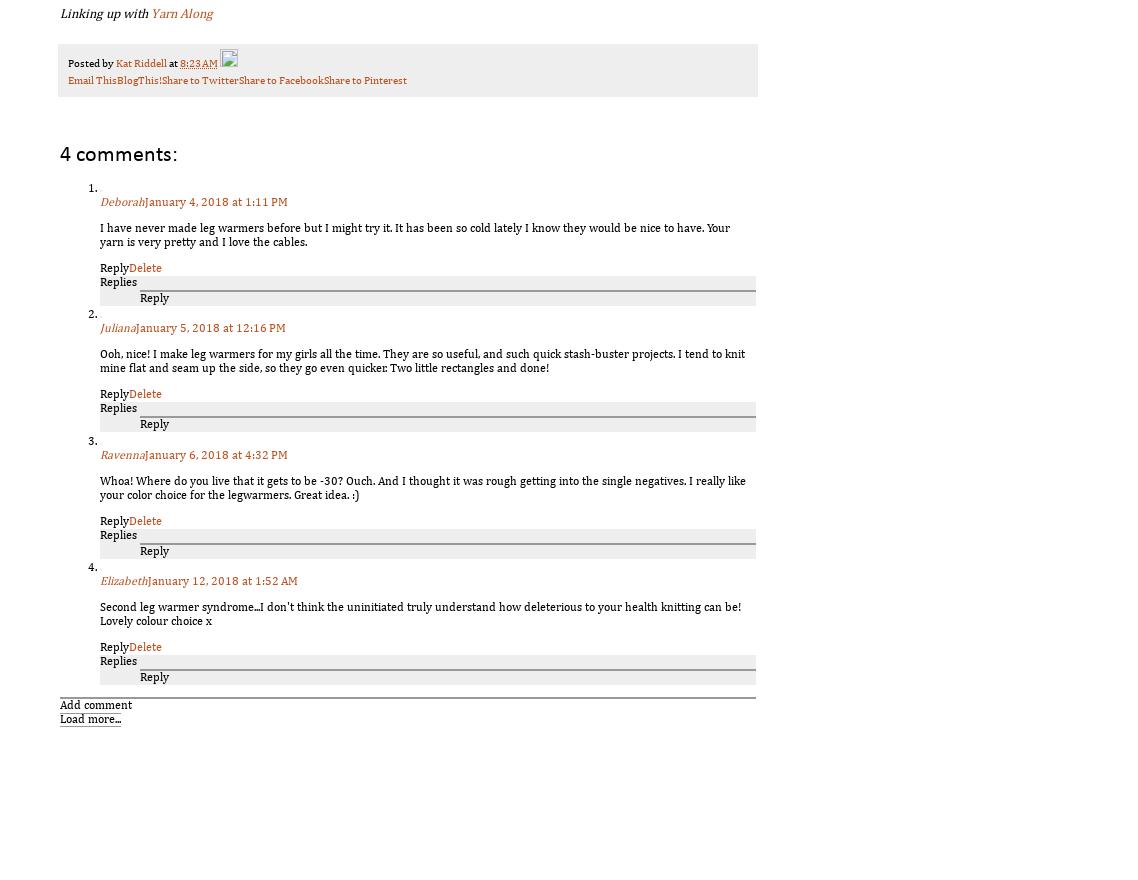  What do you see at coordinates (281, 79) in the screenshot?
I see `'Share to Facebook'` at bounding box center [281, 79].